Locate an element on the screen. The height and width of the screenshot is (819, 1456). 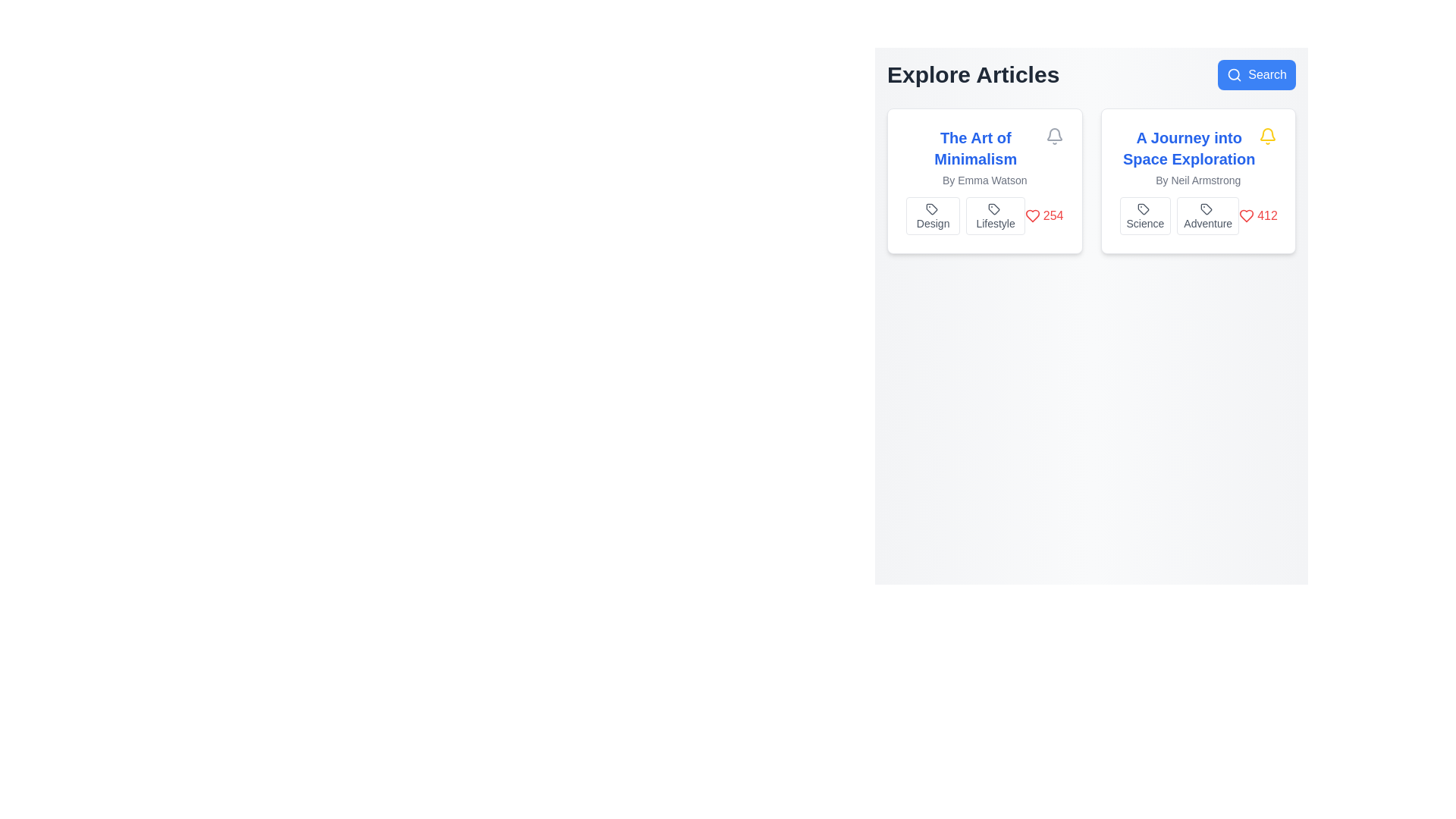
static text display element titled 'A Journey into Space Exploration', which is styled in a bold and large blue font and located in the top section of the right-most card in a two-card grid layout is located at coordinates (1197, 149).